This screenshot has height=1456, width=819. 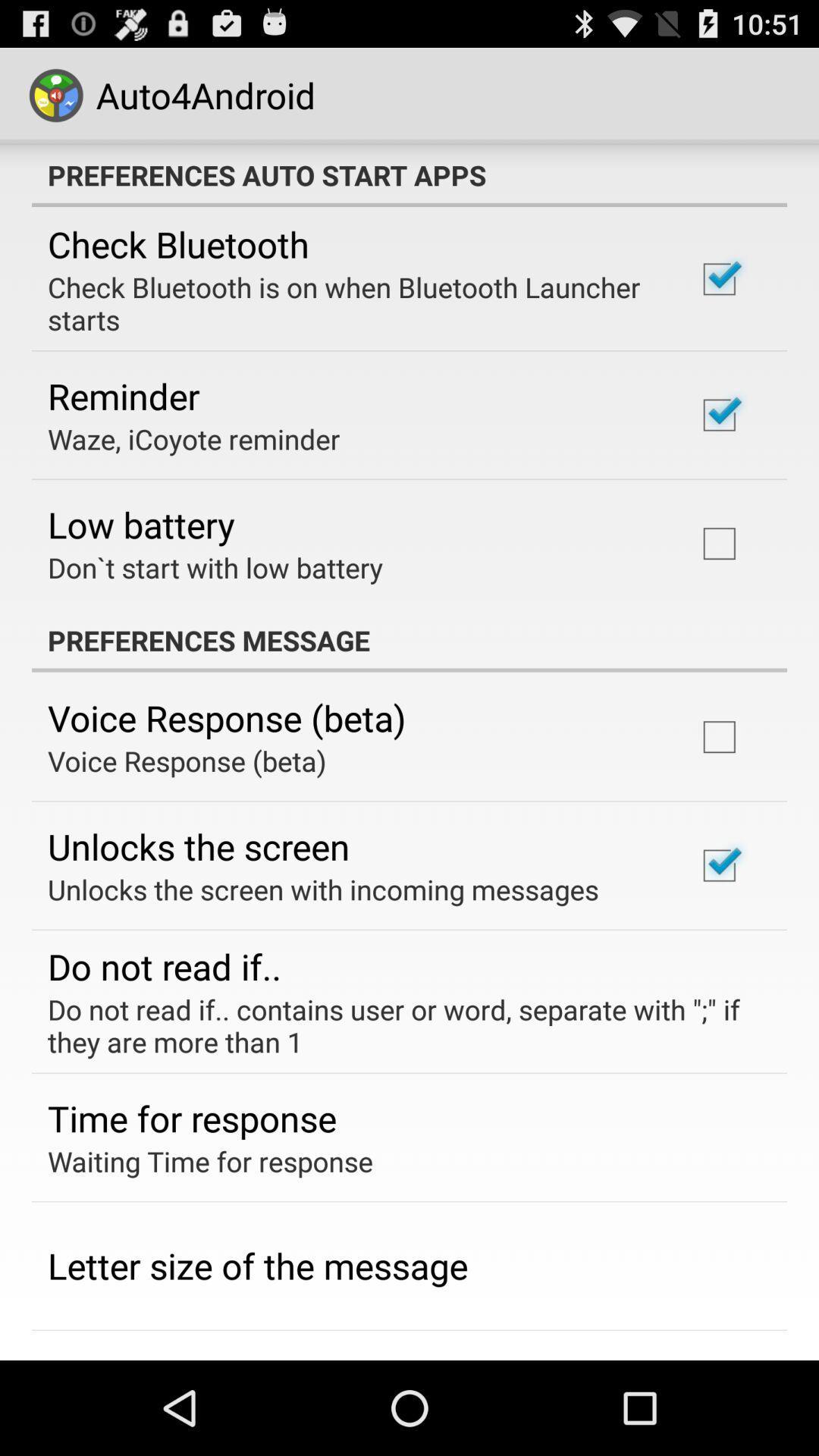 I want to click on the letter size of app, so click(x=257, y=1266).